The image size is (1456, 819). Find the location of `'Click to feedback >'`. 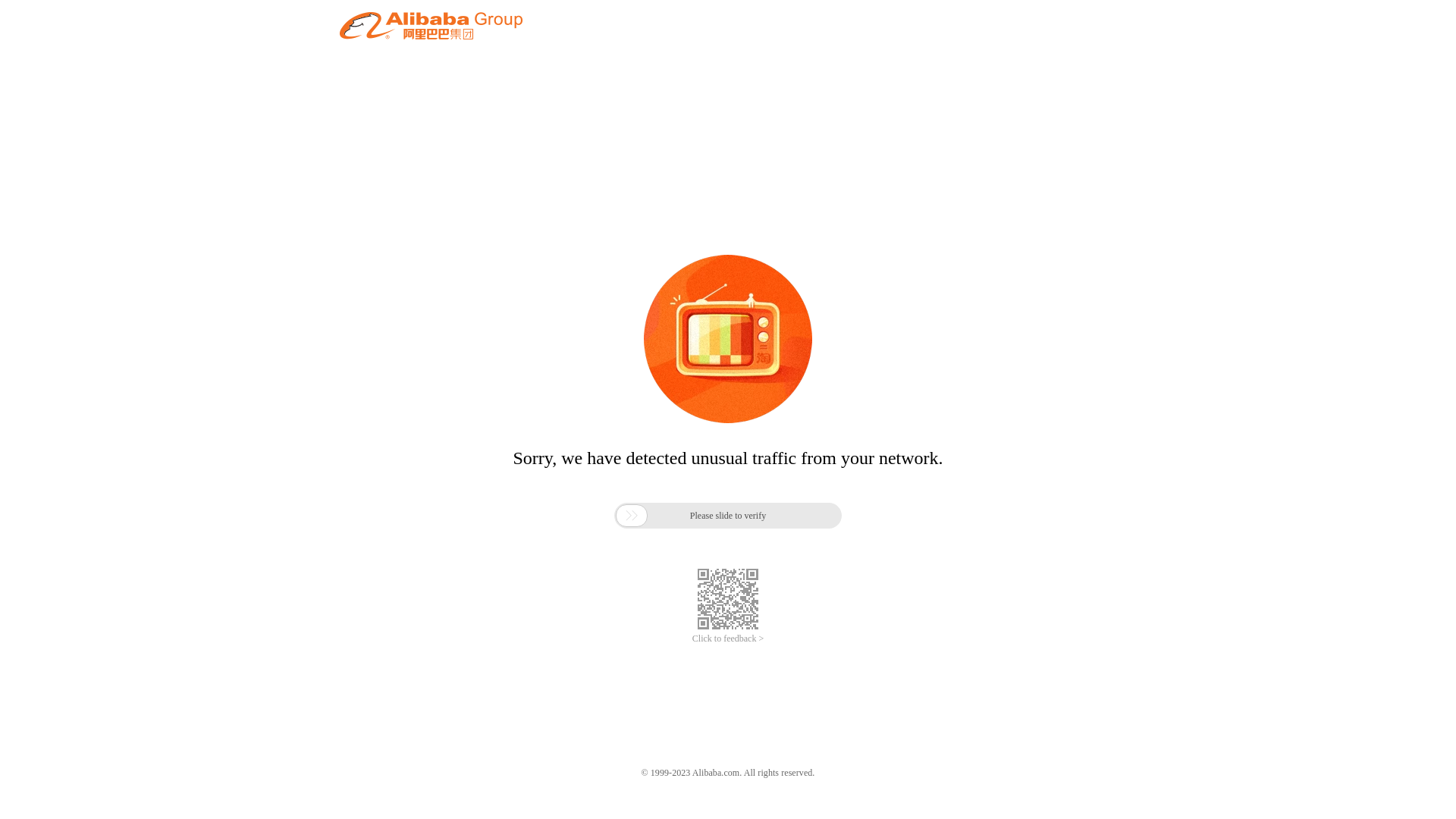

'Click to feedback >' is located at coordinates (728, 639).